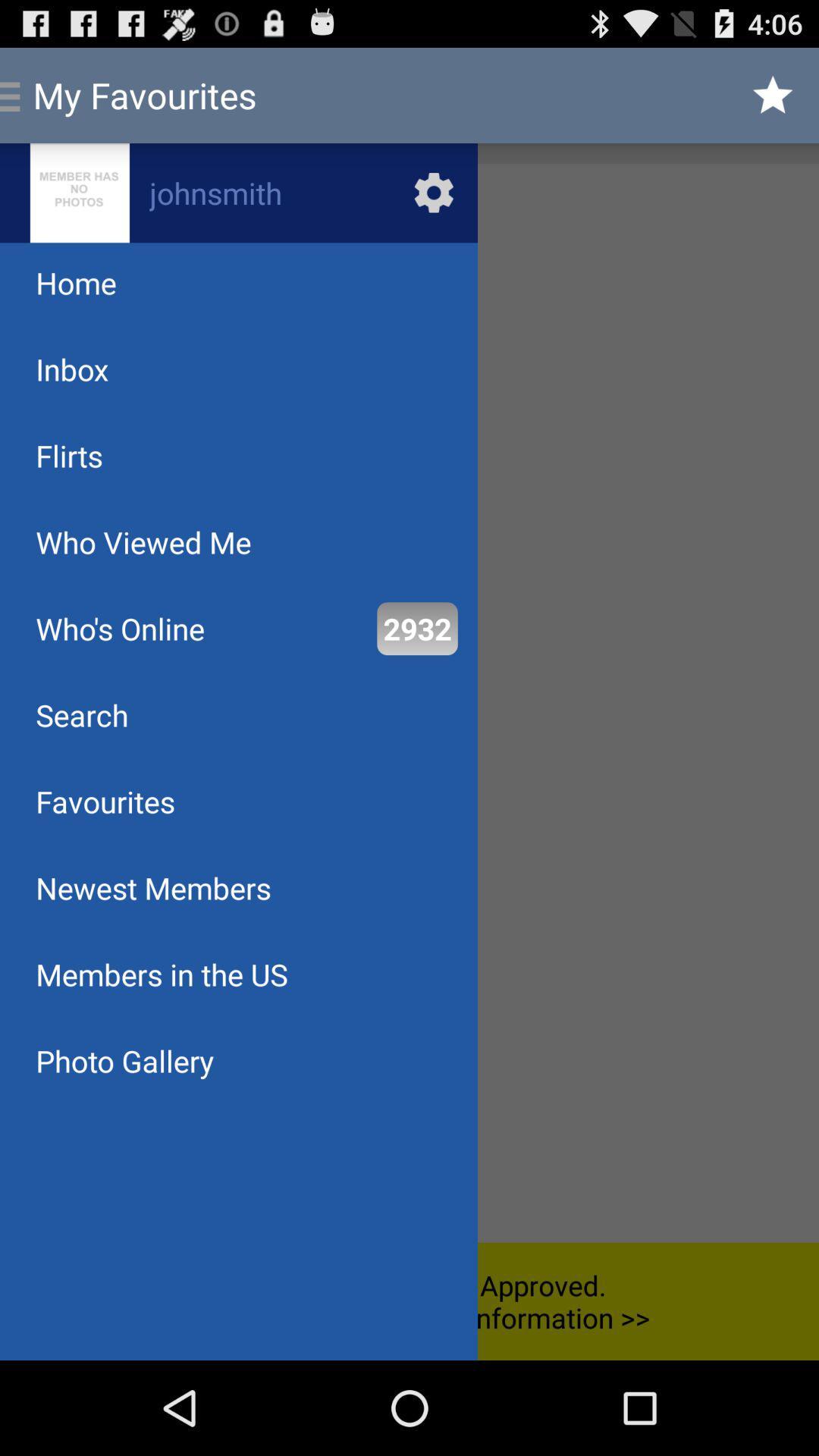  Describe the element at coordinates (239, 192) in the screenshot. I see `the item below my favourites icon` at that location.